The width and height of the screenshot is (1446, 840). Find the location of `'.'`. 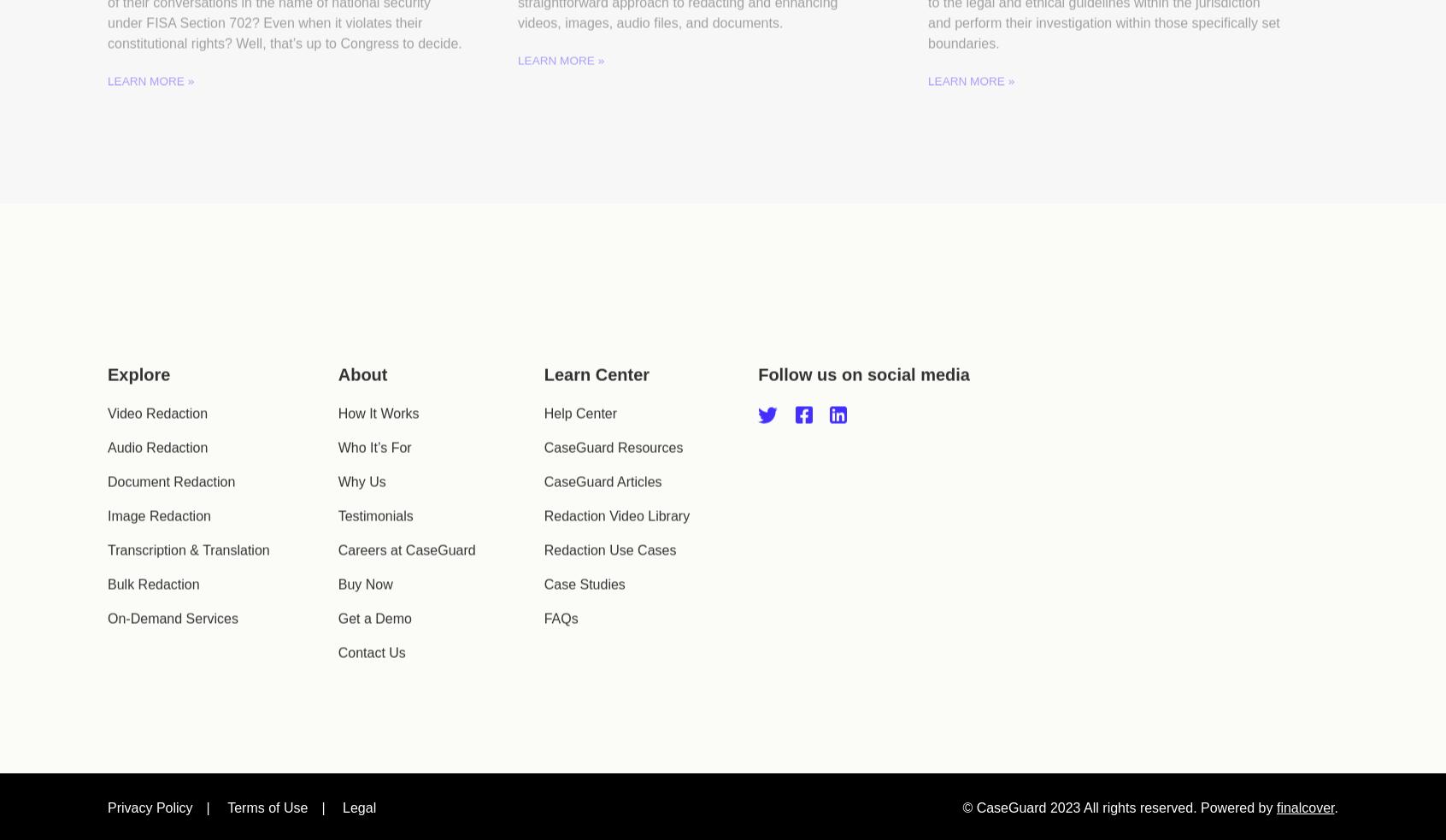

'.' is located at coordinates (1335, 761).